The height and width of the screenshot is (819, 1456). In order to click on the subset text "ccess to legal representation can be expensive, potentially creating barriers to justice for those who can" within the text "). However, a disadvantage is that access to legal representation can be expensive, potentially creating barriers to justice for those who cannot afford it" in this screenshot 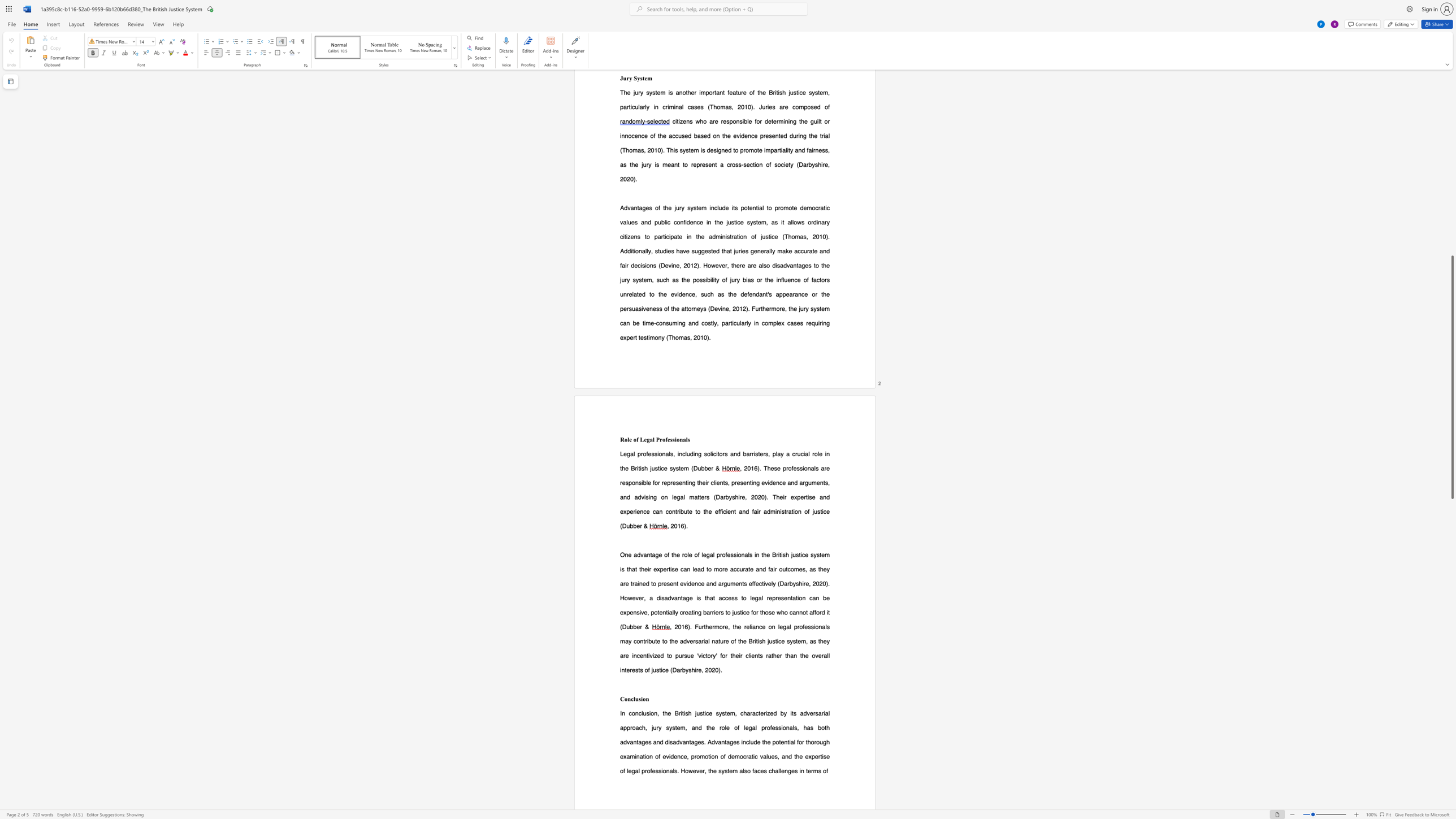, I will do `click(721, 597)`.